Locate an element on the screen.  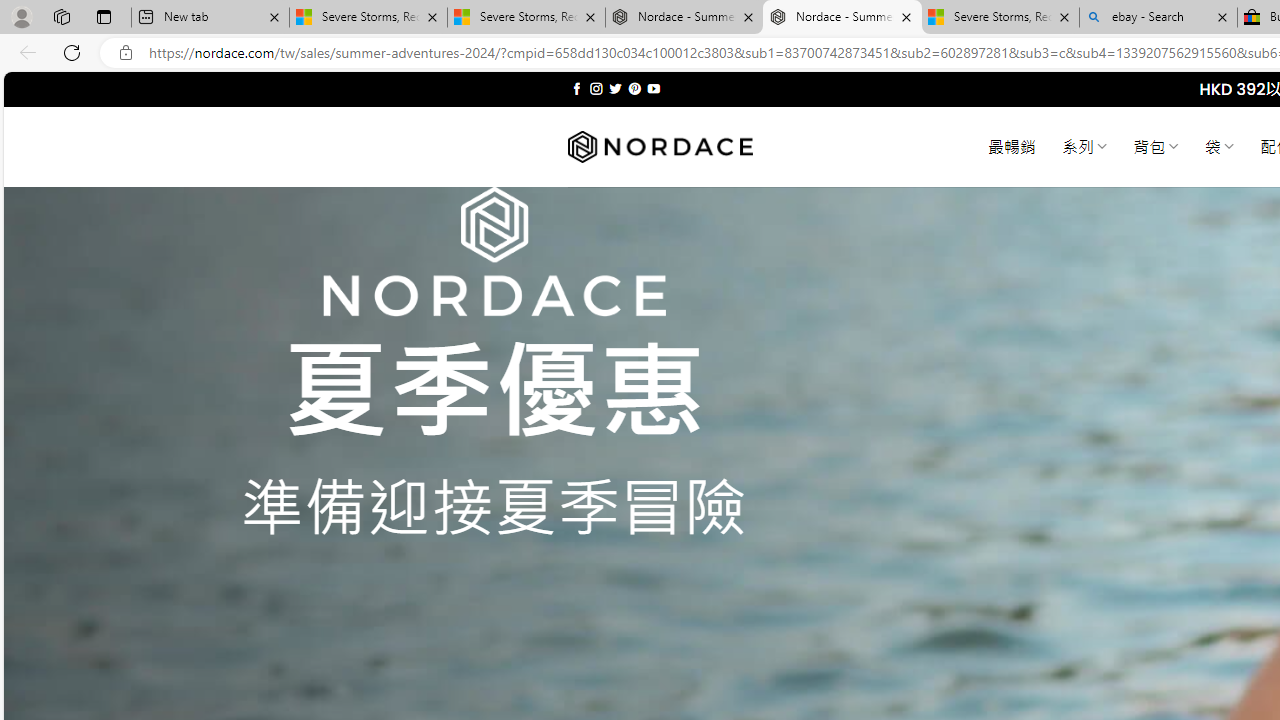
'Follow on Pinterest' is located at coordinates (633, 88).